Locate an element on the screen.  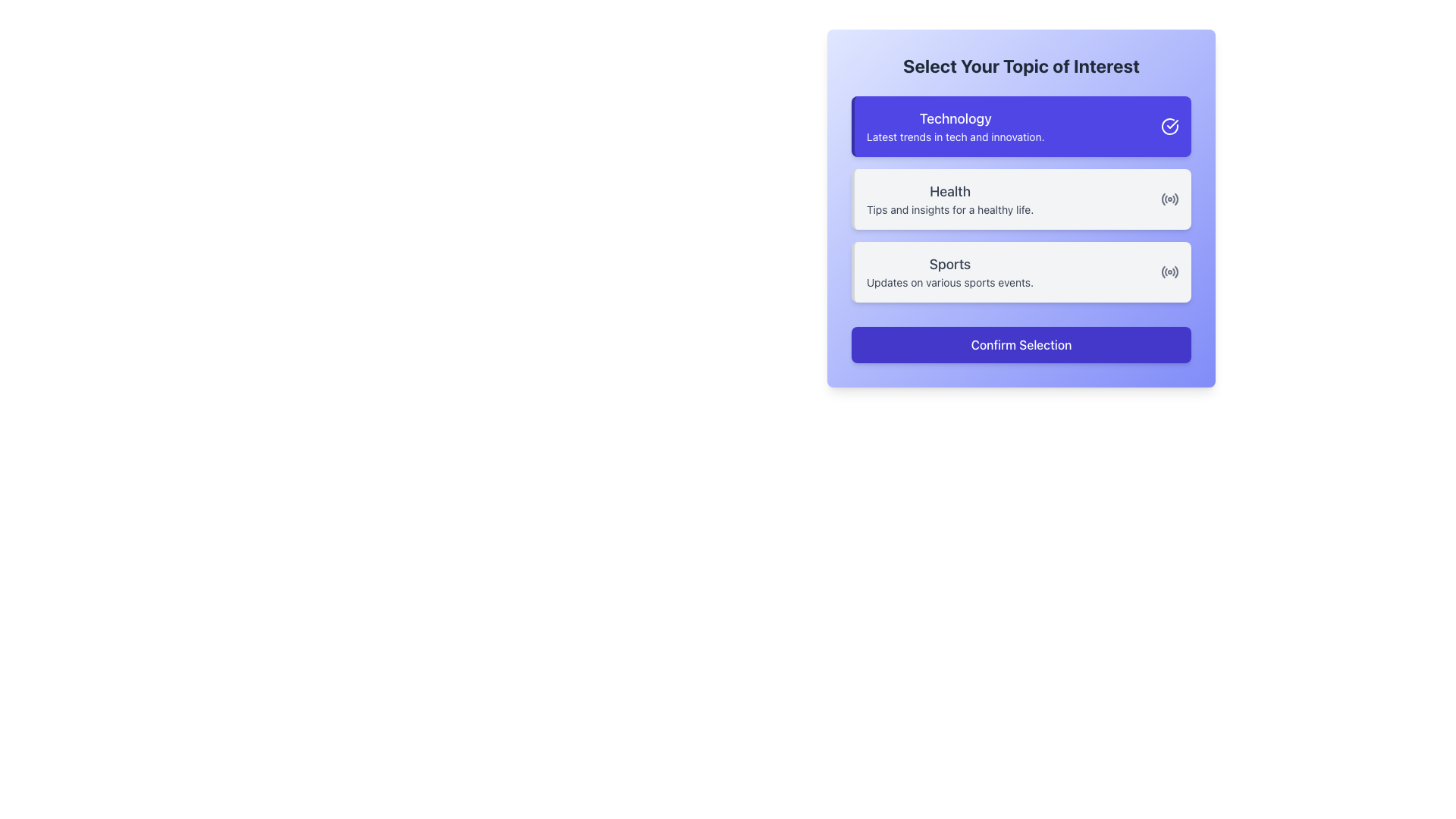
the interactive card representing the 'Technology' topic, which is the topmost card in the list of three options under the 'Select Your Topic of Interest' section is located at coordinates (1021, 125).